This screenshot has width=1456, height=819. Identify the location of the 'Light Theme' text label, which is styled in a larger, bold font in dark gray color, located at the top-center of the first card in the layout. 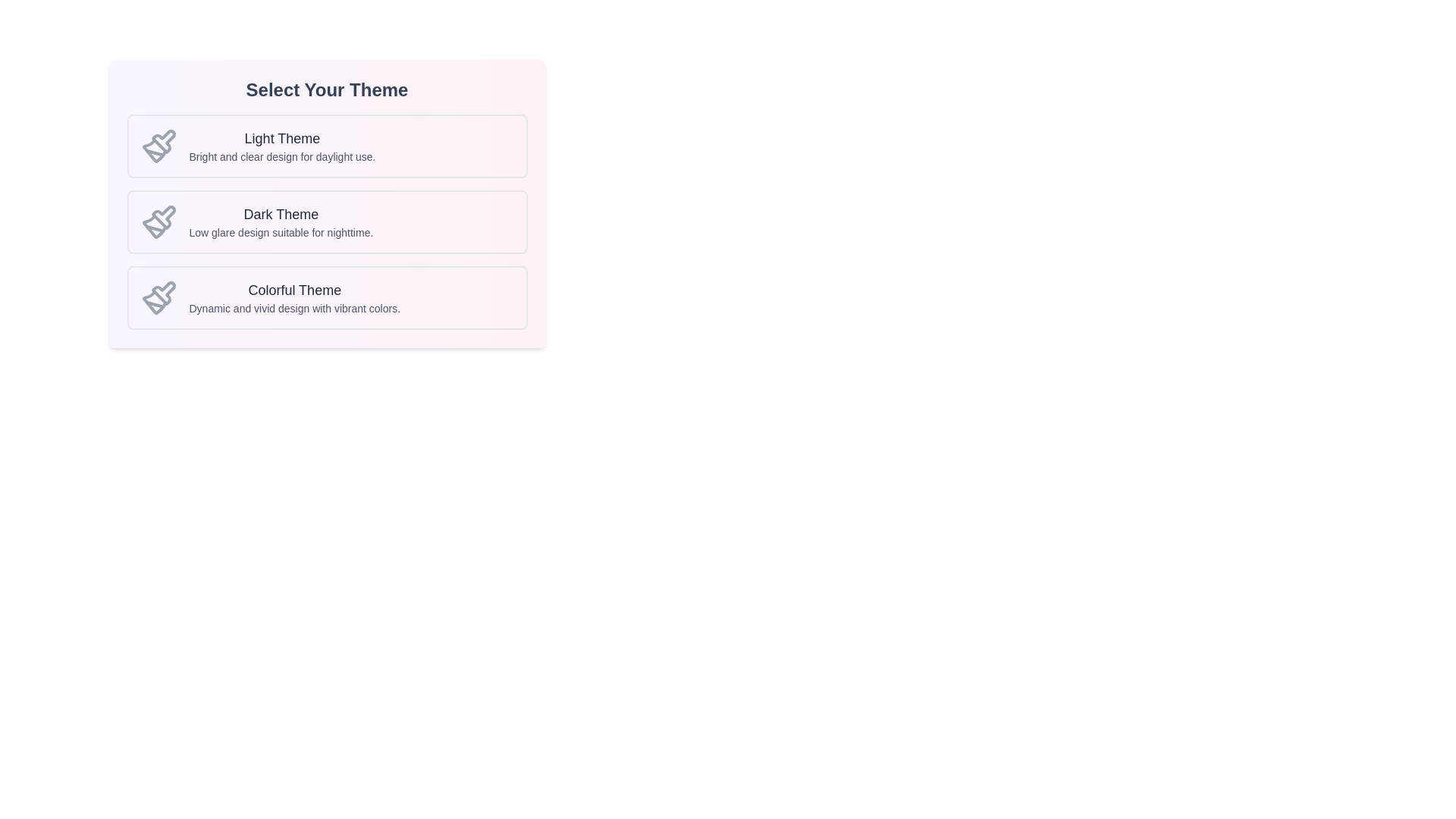
(282, 138).